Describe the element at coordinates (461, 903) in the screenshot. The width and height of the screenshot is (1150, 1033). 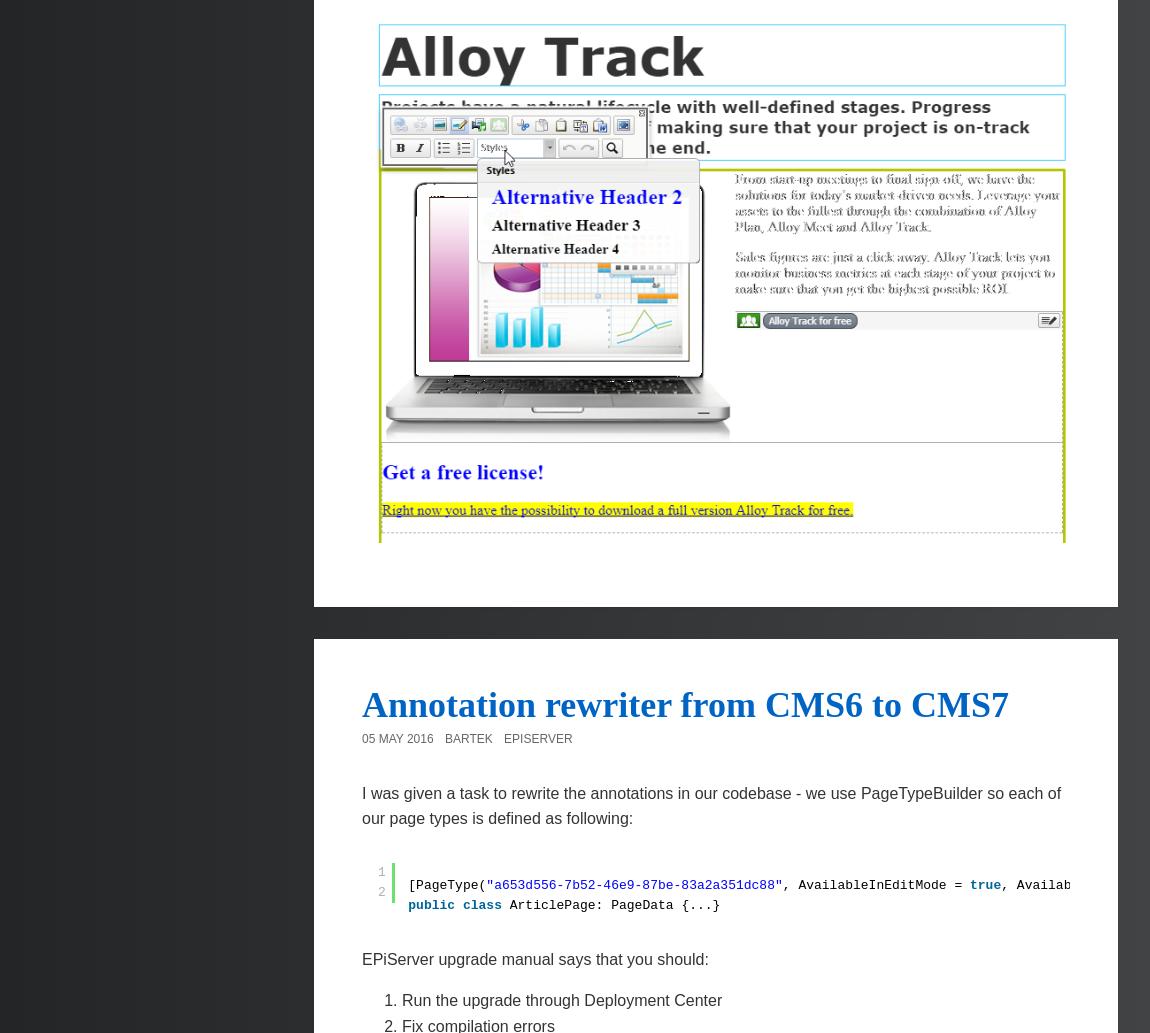
I see `'class'` at that location.